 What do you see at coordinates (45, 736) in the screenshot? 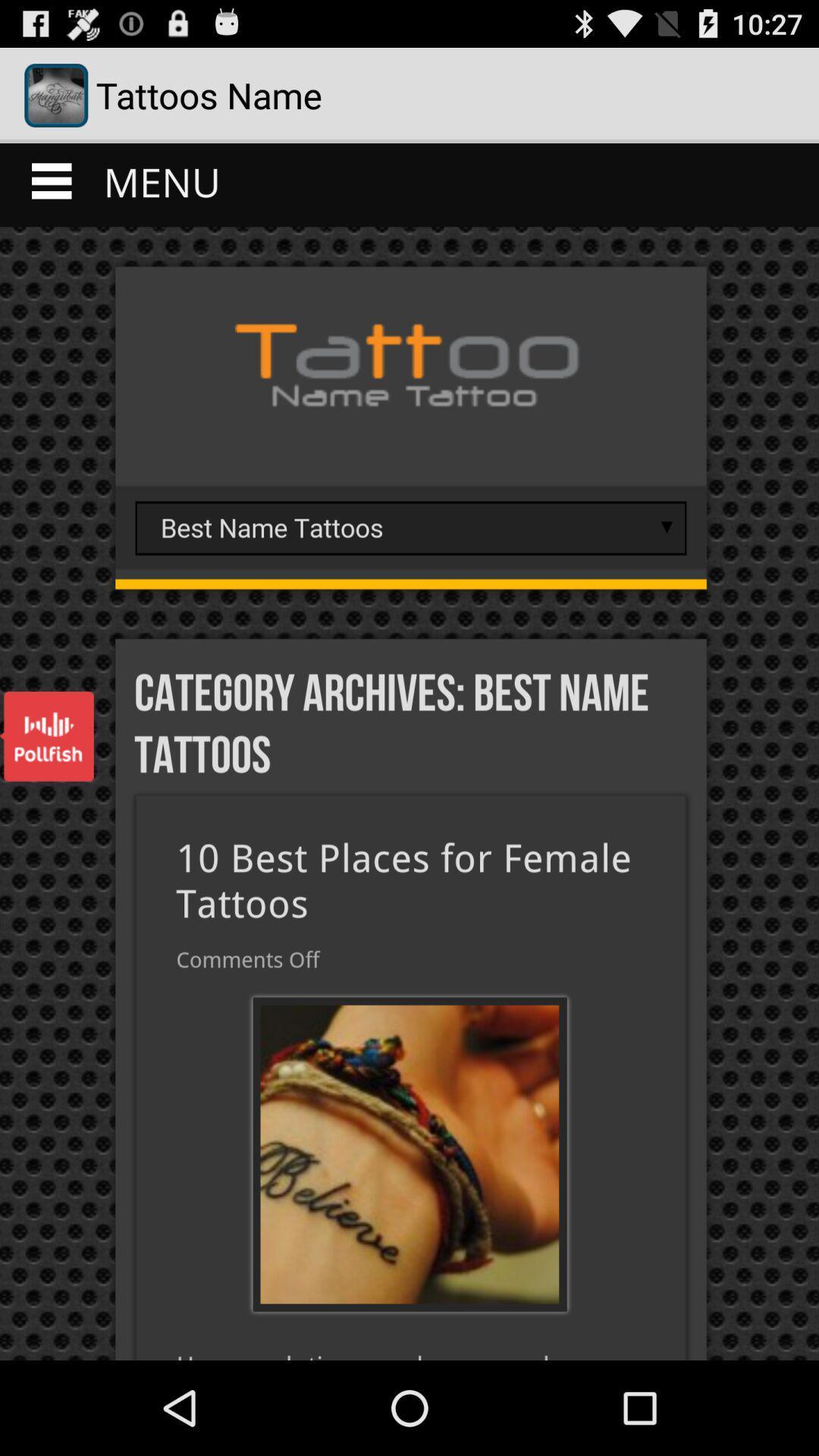
I see `polfish advertisement` at bounding box center [45, 736].